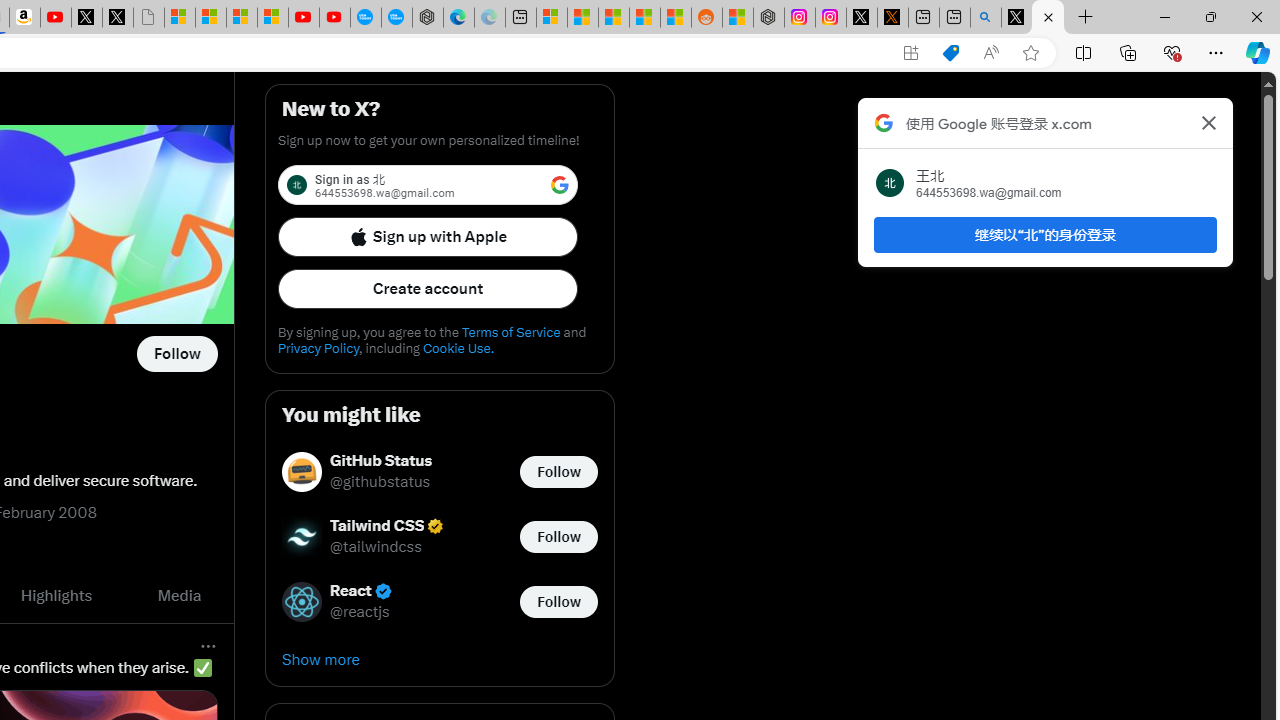 This screenshot has height=720, width=1280. Describe the element at coordinates (909, 52) in the screenshot. I see `'App available. Install X'` at that location.